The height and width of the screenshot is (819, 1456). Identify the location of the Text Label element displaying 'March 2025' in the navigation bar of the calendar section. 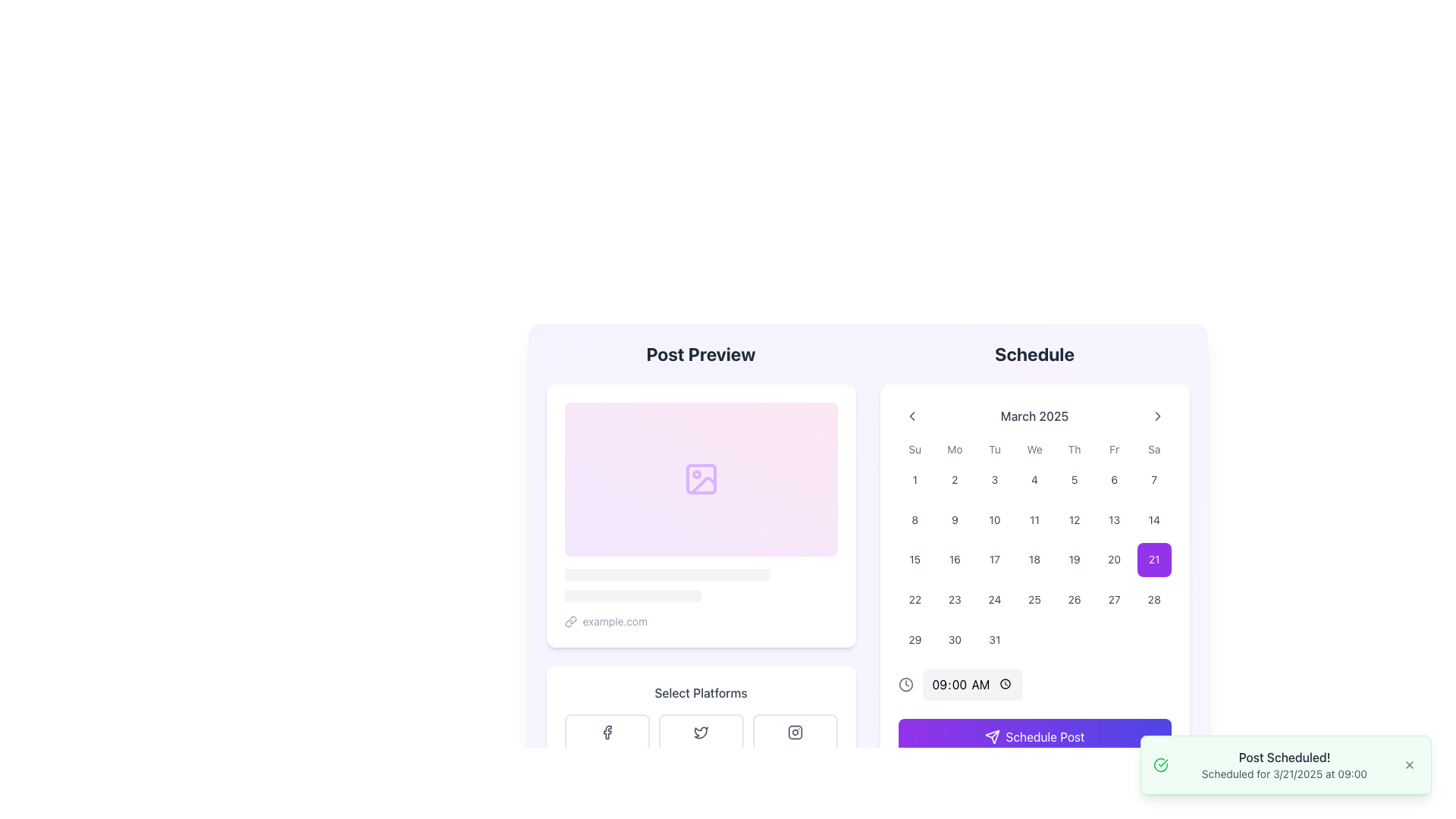
(1034, 416).